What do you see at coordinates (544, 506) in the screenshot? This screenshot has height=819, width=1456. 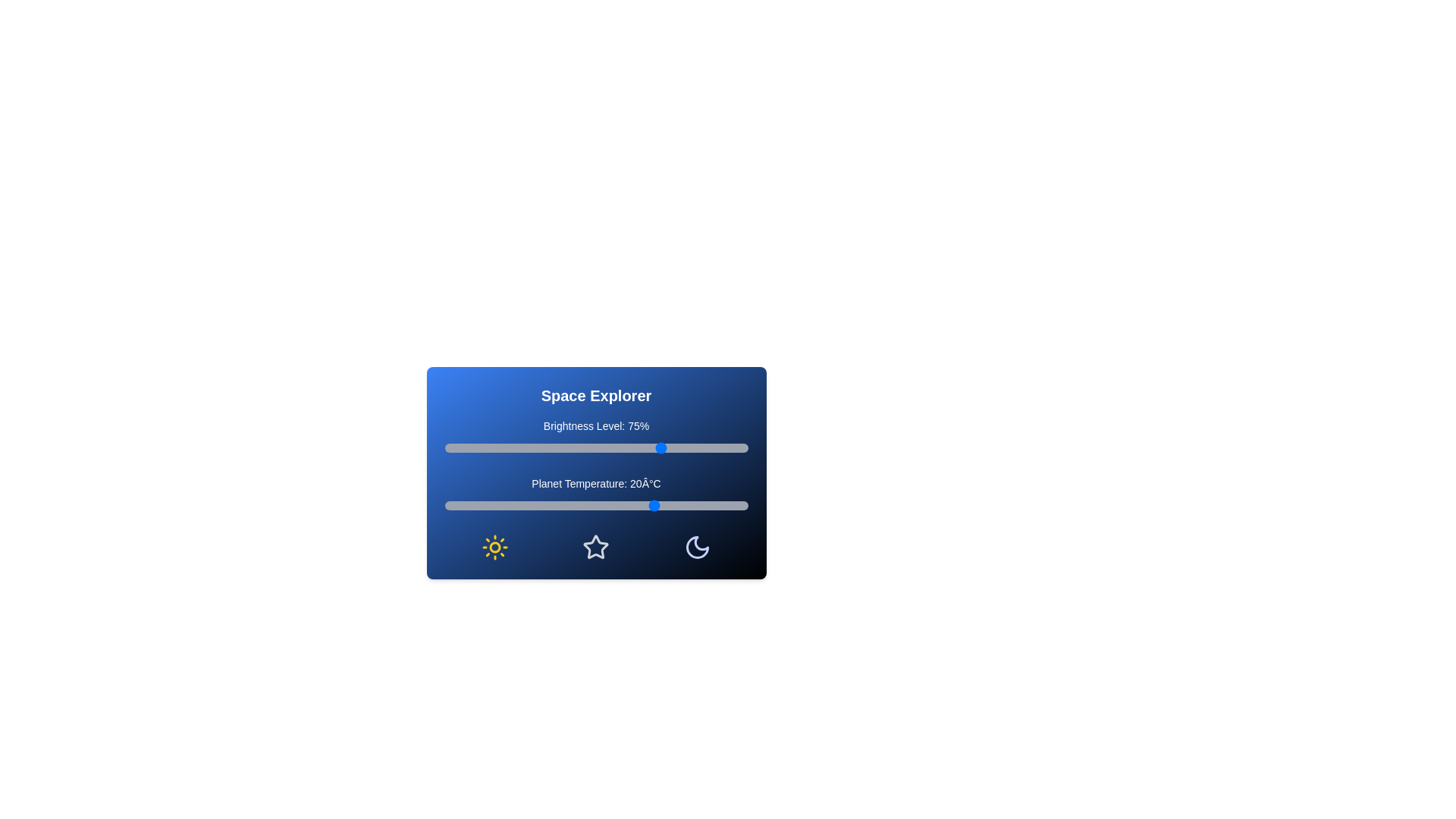 I see `the planet temperature slider to -17°C` at bounding box center [544, 506].